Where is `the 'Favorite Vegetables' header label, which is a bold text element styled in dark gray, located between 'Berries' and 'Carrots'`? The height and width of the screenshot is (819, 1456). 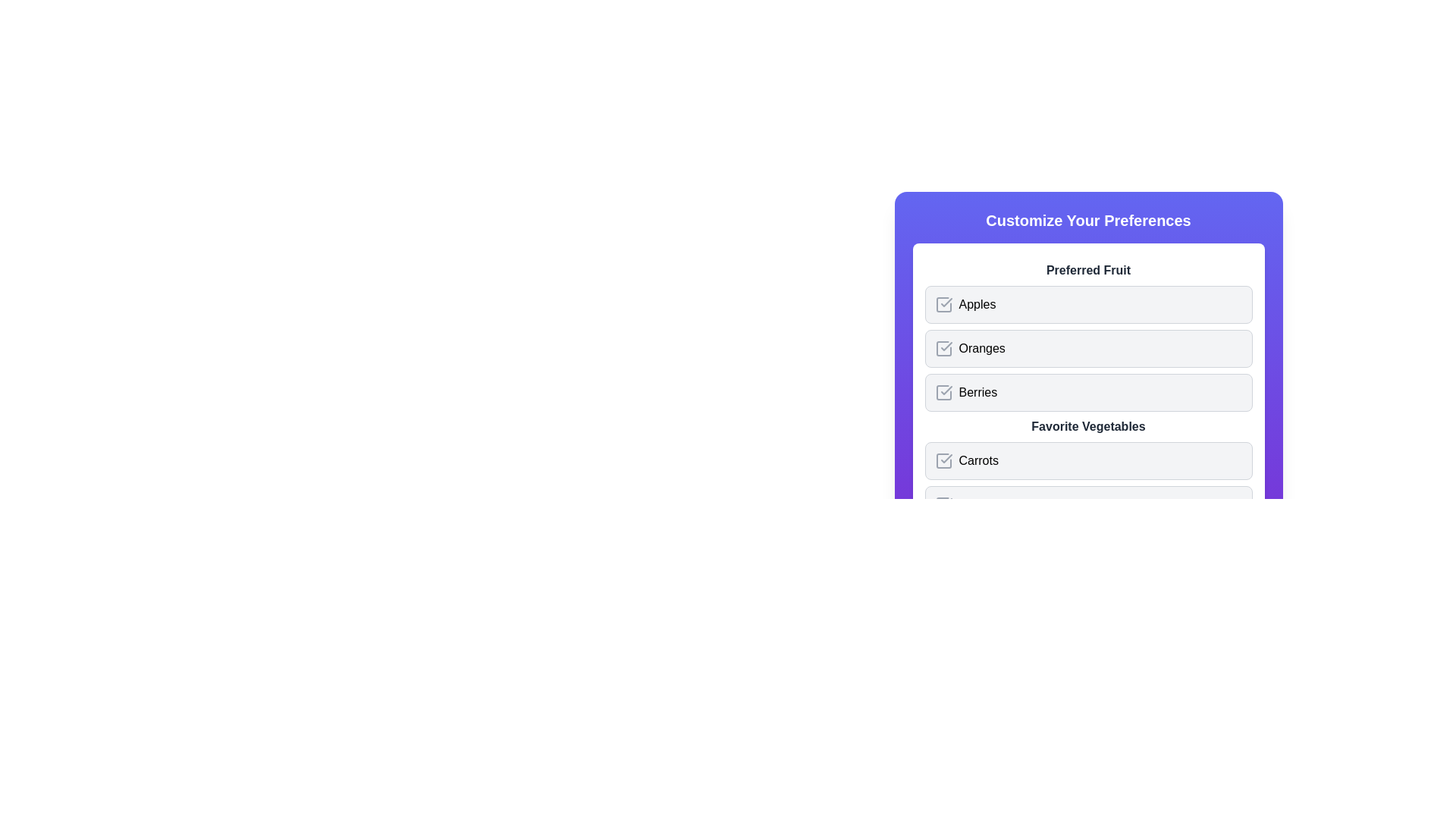
the 'Favorite Vegetables' header label, which is a bold text element styled in dark gray, located between 'Berries' and 'Carrots' is located at coordinates (1087, 427).